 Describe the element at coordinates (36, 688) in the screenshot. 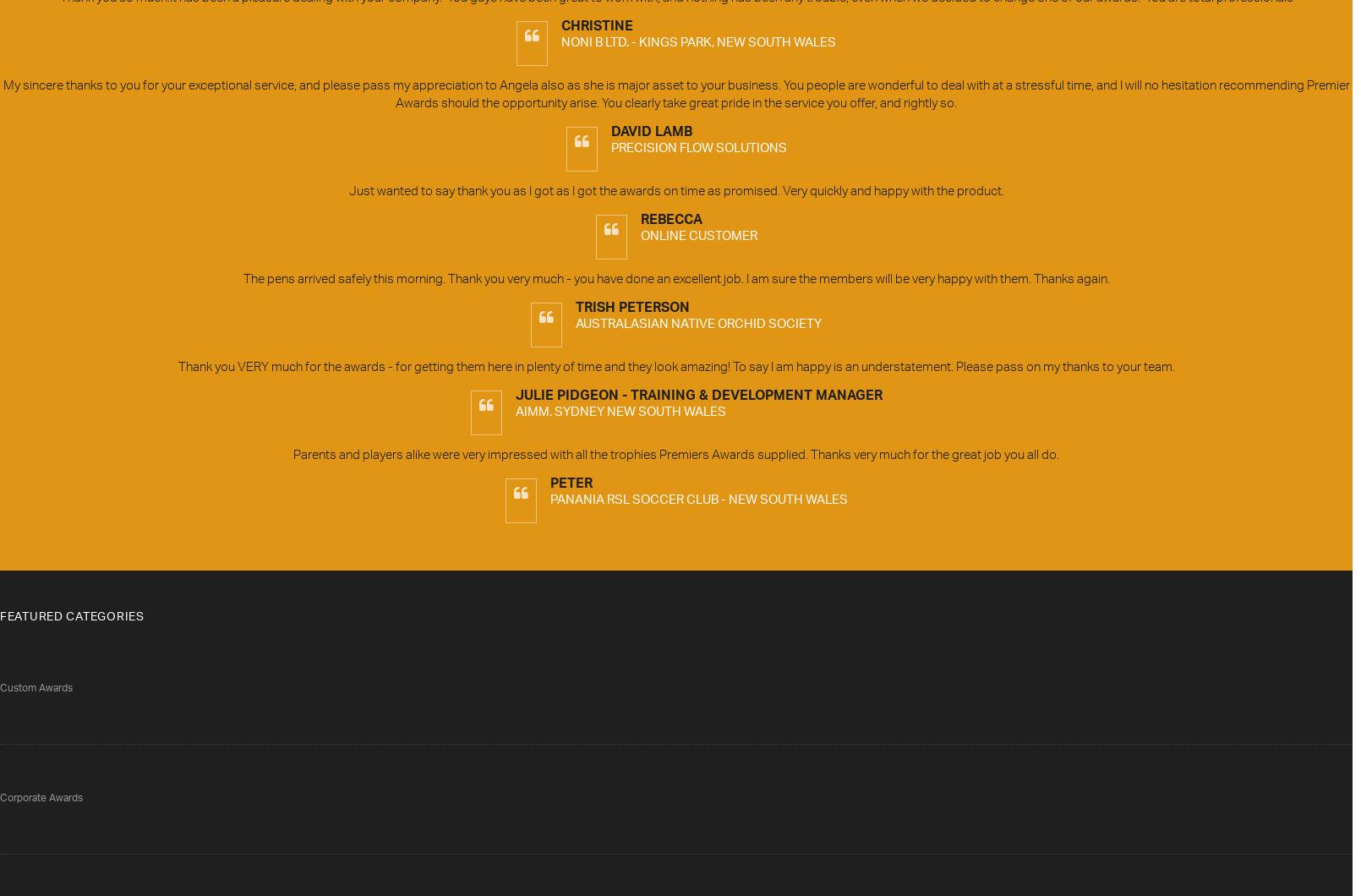

I see `'Custom Awards'` at that location.